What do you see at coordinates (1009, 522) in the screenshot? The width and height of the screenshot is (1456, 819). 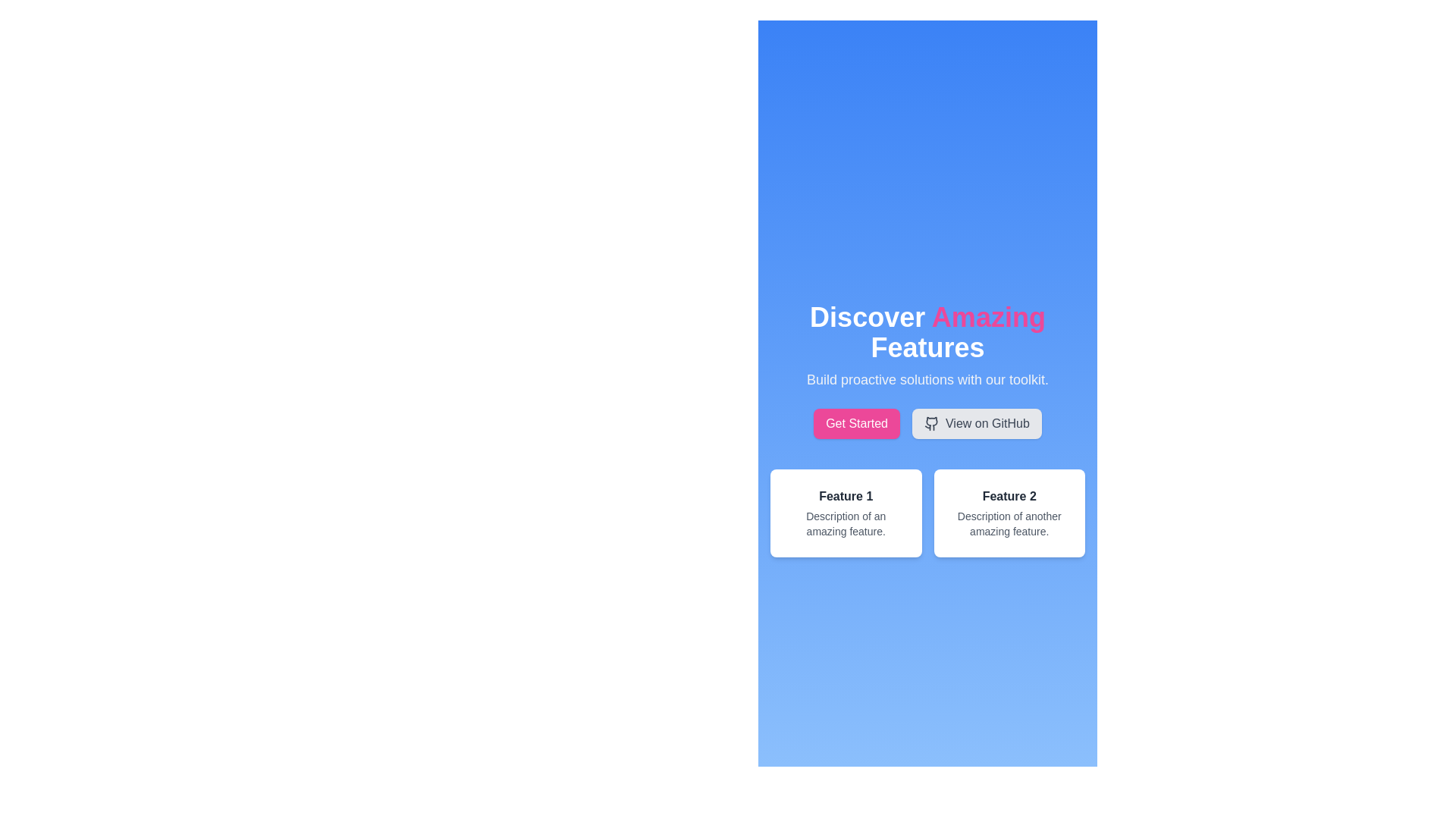 I see `the text snippet displaying 'Description of another amazing feature.' located under the 'Feature 2' heading within the feature card` at bounding box center [1009, 522].